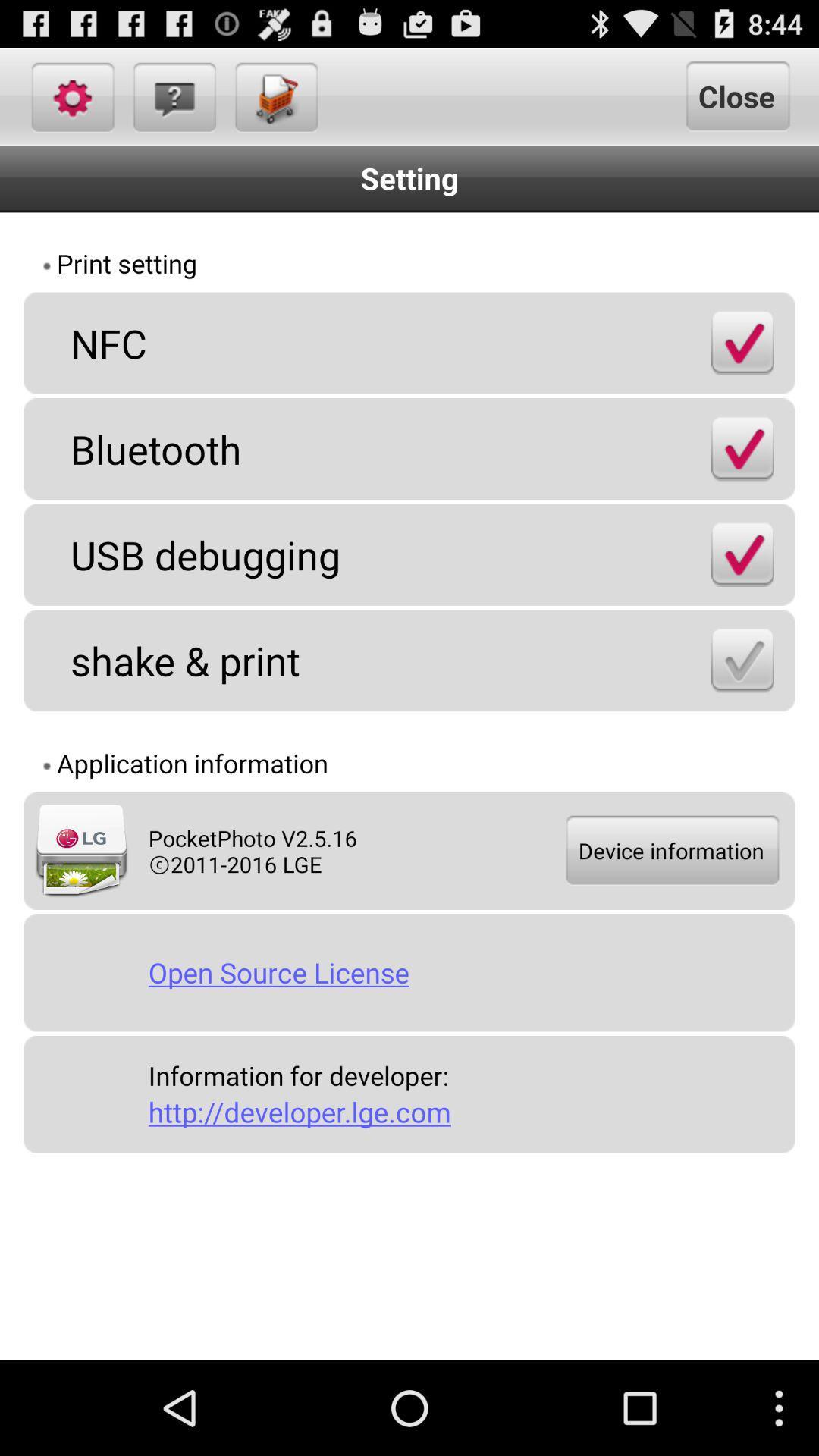 This screenshot has height=1456, width=819. What do you see at coordinates (275, 96) in the screenshot?
I see `button to the left of close item` at bounding box center [275, 96].